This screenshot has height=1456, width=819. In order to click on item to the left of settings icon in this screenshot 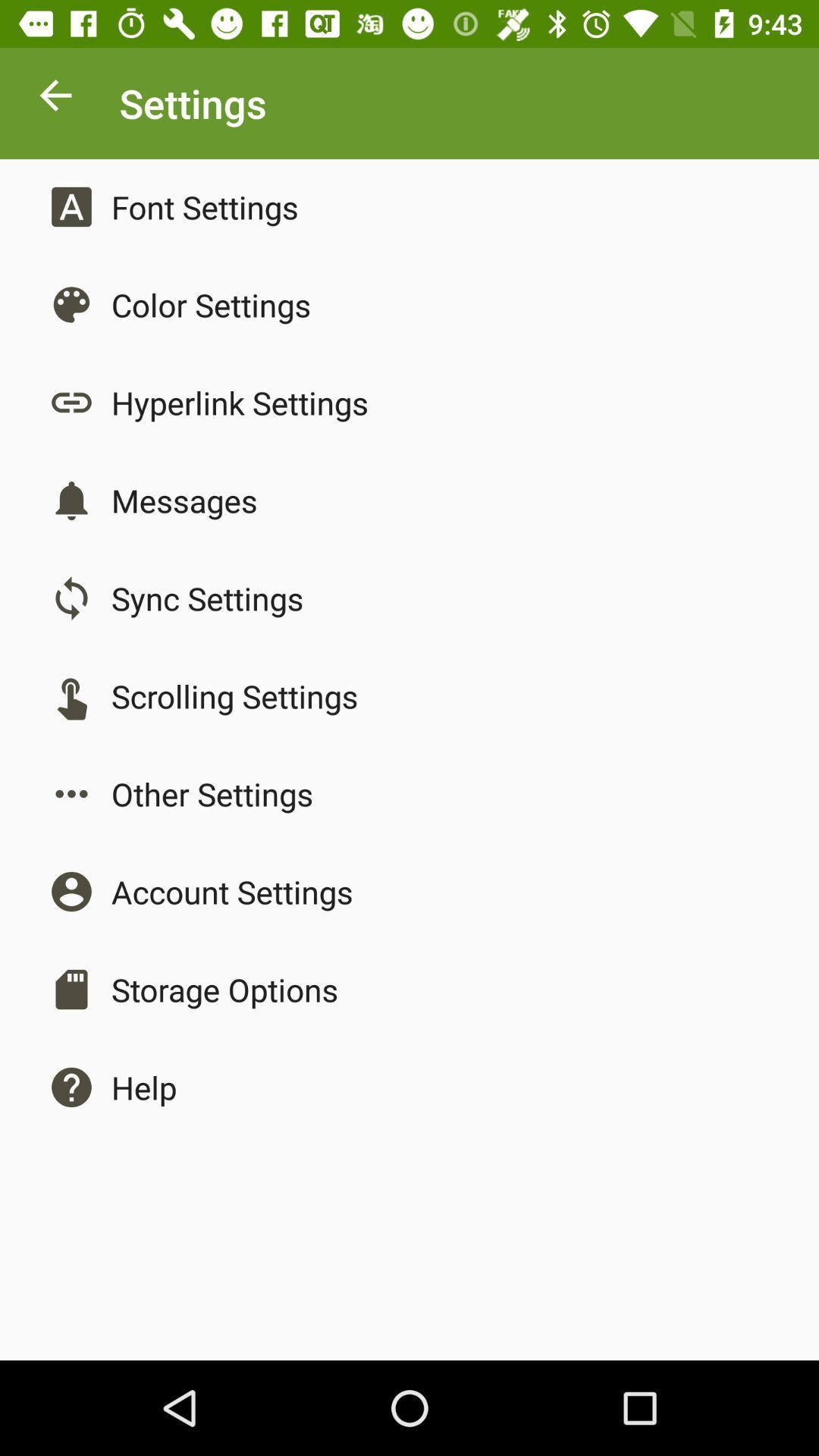, I will do `click(55, 99)`.